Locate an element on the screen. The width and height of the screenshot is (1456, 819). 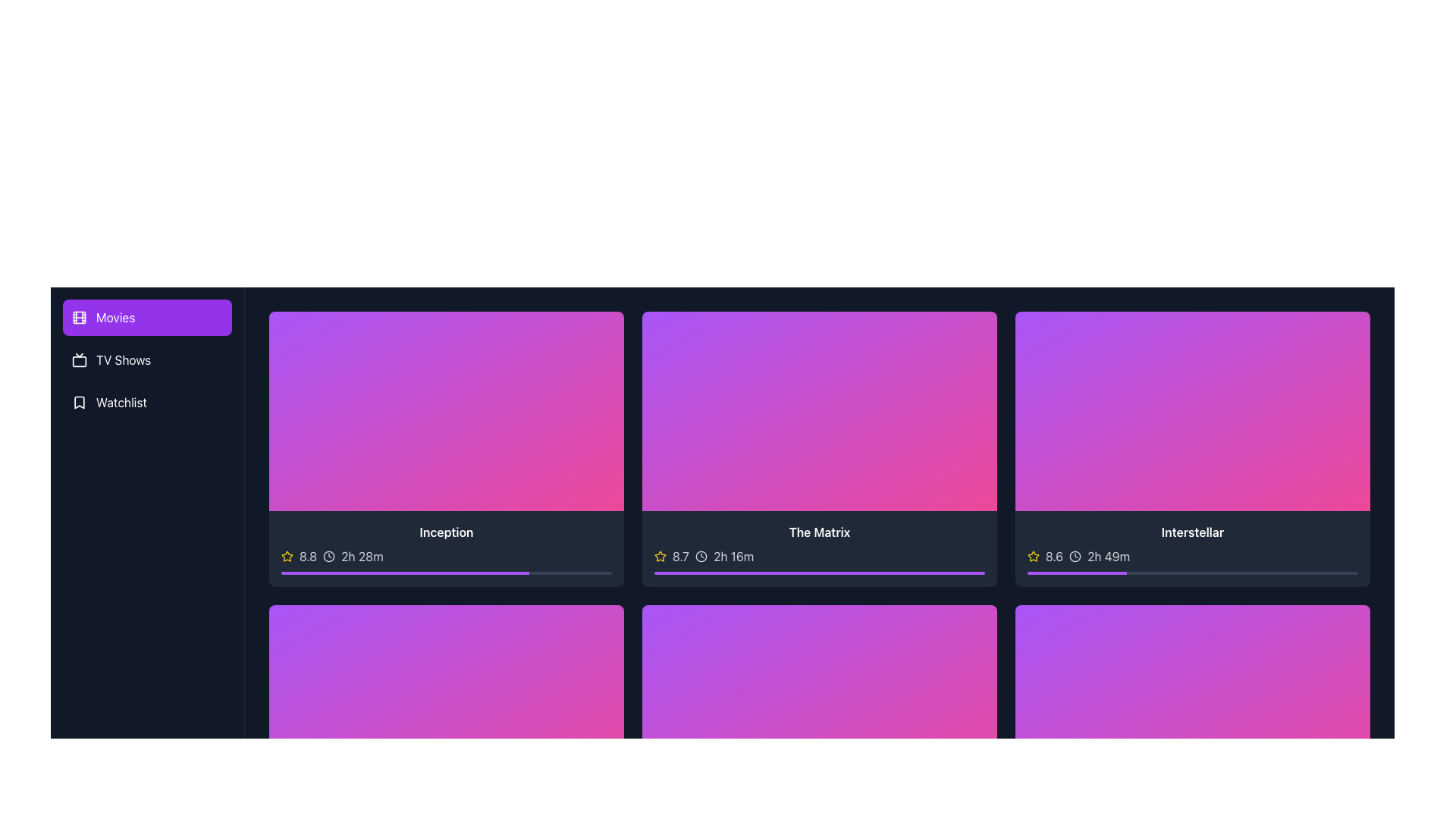
the text label that indicates the duration of the movie 'The Matrix', positioned to the right of the clock icon and left of the progress bar is located at coordinates (733, 557).